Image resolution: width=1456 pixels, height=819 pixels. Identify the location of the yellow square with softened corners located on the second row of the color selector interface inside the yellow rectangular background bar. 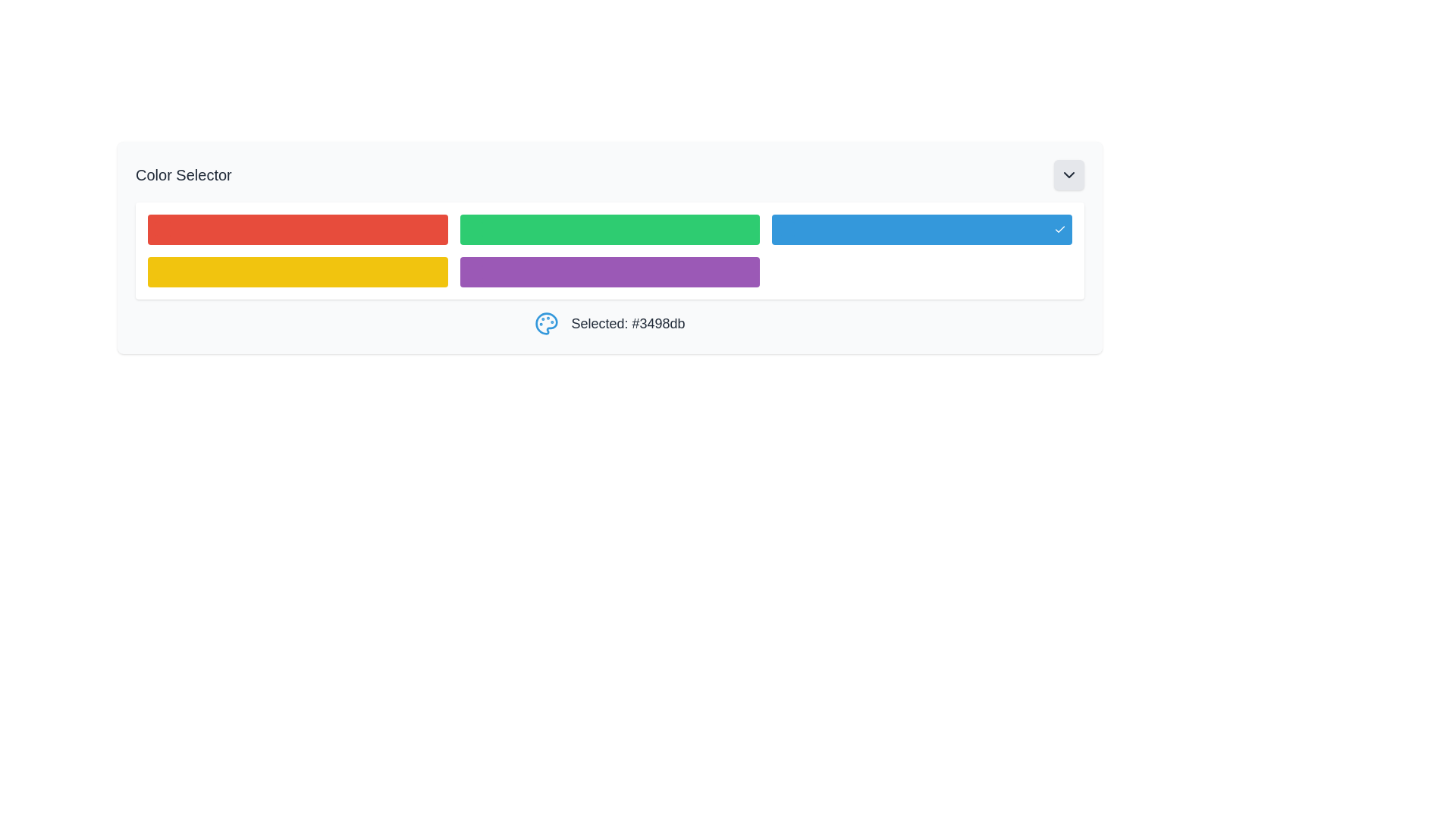
(163, 271).